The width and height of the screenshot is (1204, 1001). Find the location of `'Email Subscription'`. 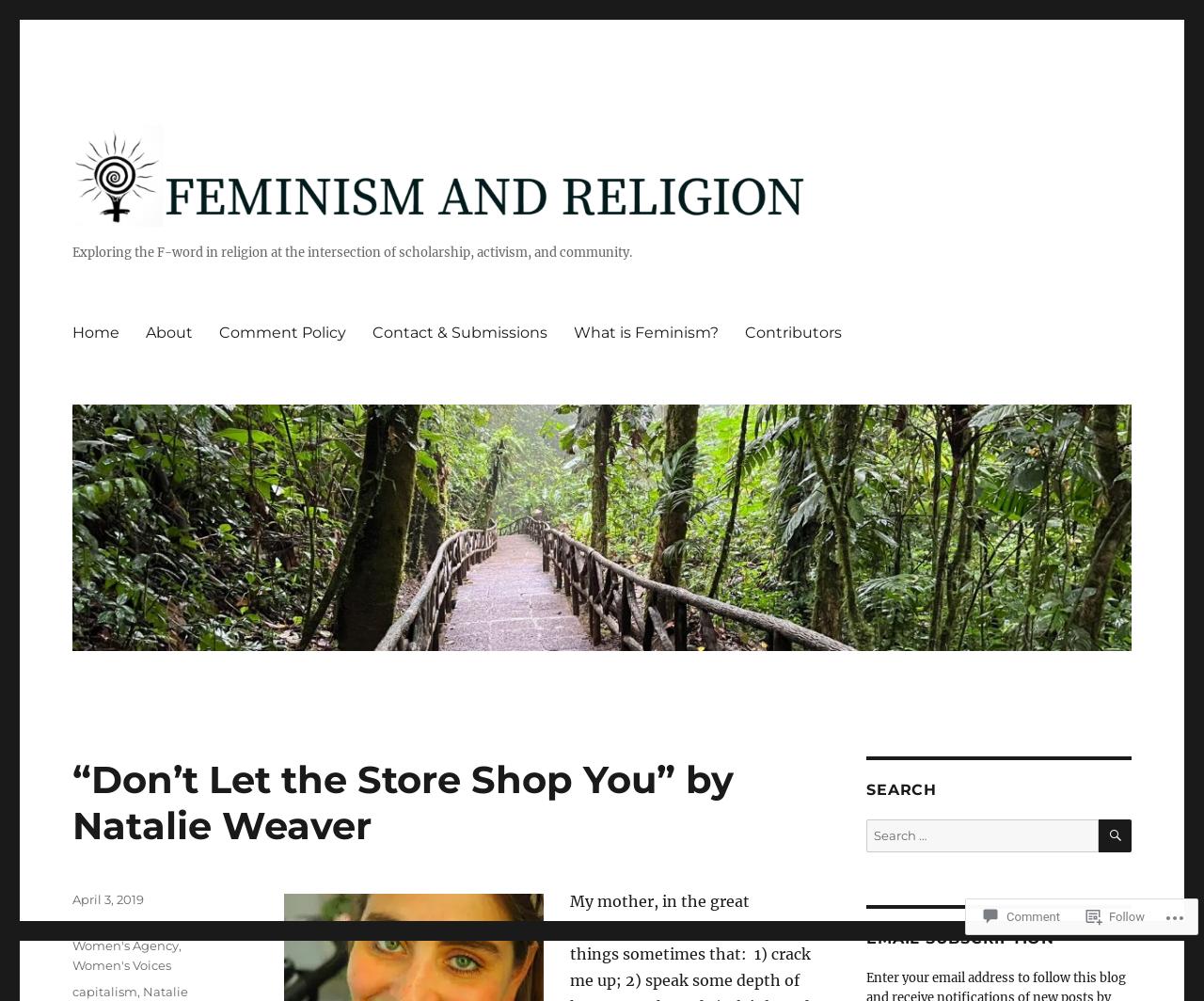

'Email Subscription' is located at coordinates (959, 938).